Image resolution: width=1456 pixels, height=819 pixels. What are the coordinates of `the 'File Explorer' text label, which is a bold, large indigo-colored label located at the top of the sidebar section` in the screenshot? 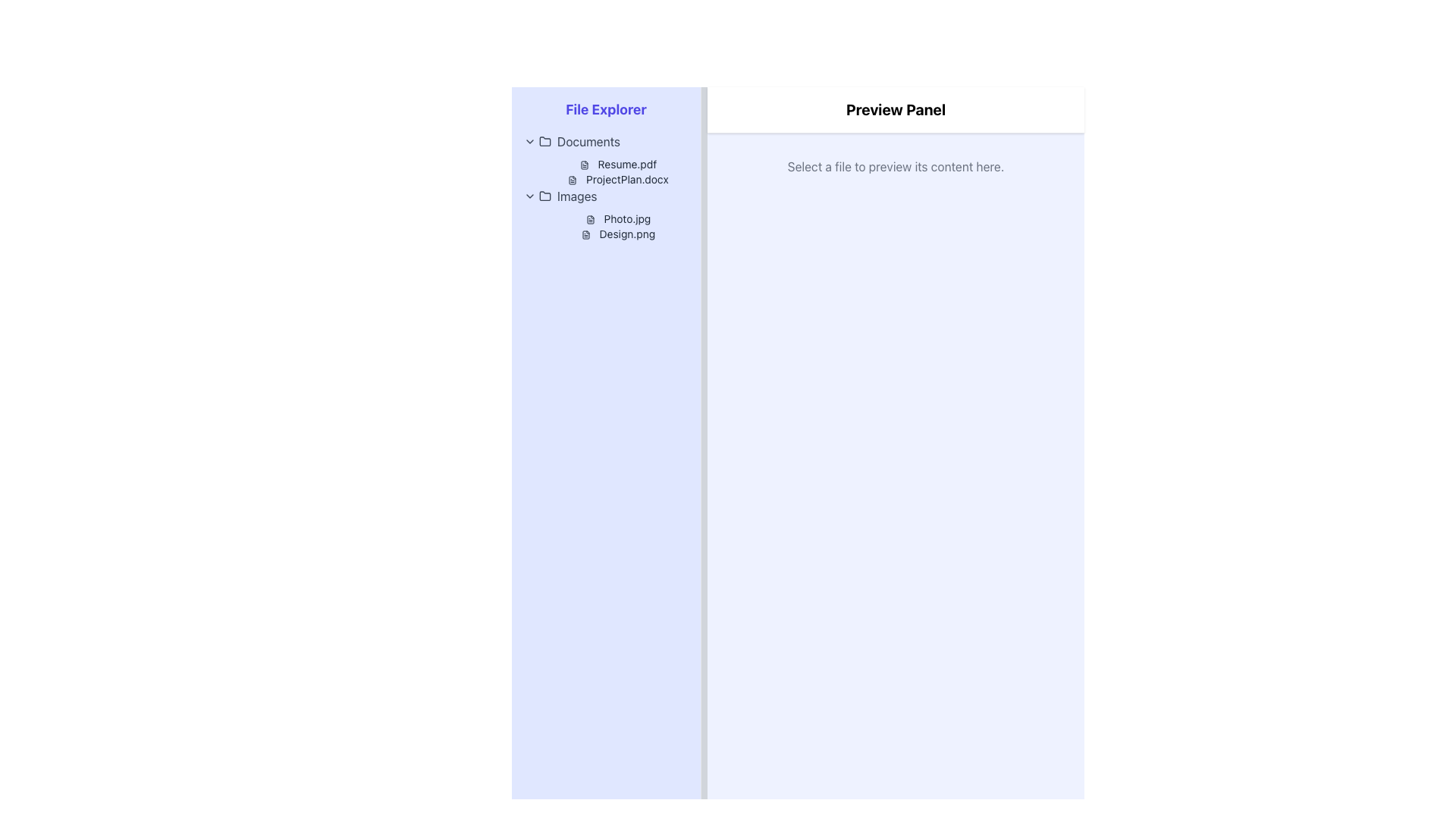 It's located at (605, 109).